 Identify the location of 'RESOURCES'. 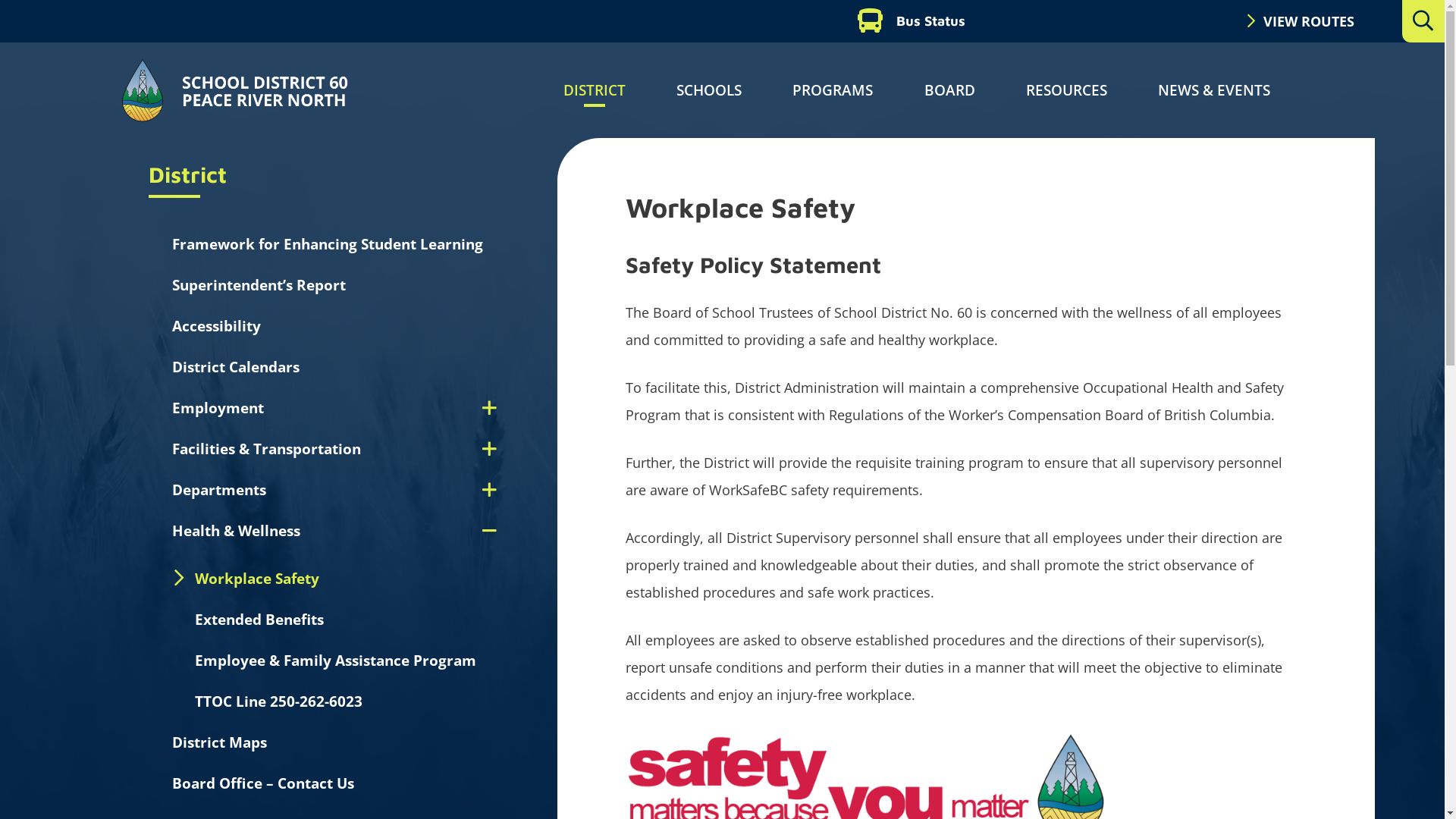
(1065, 90).